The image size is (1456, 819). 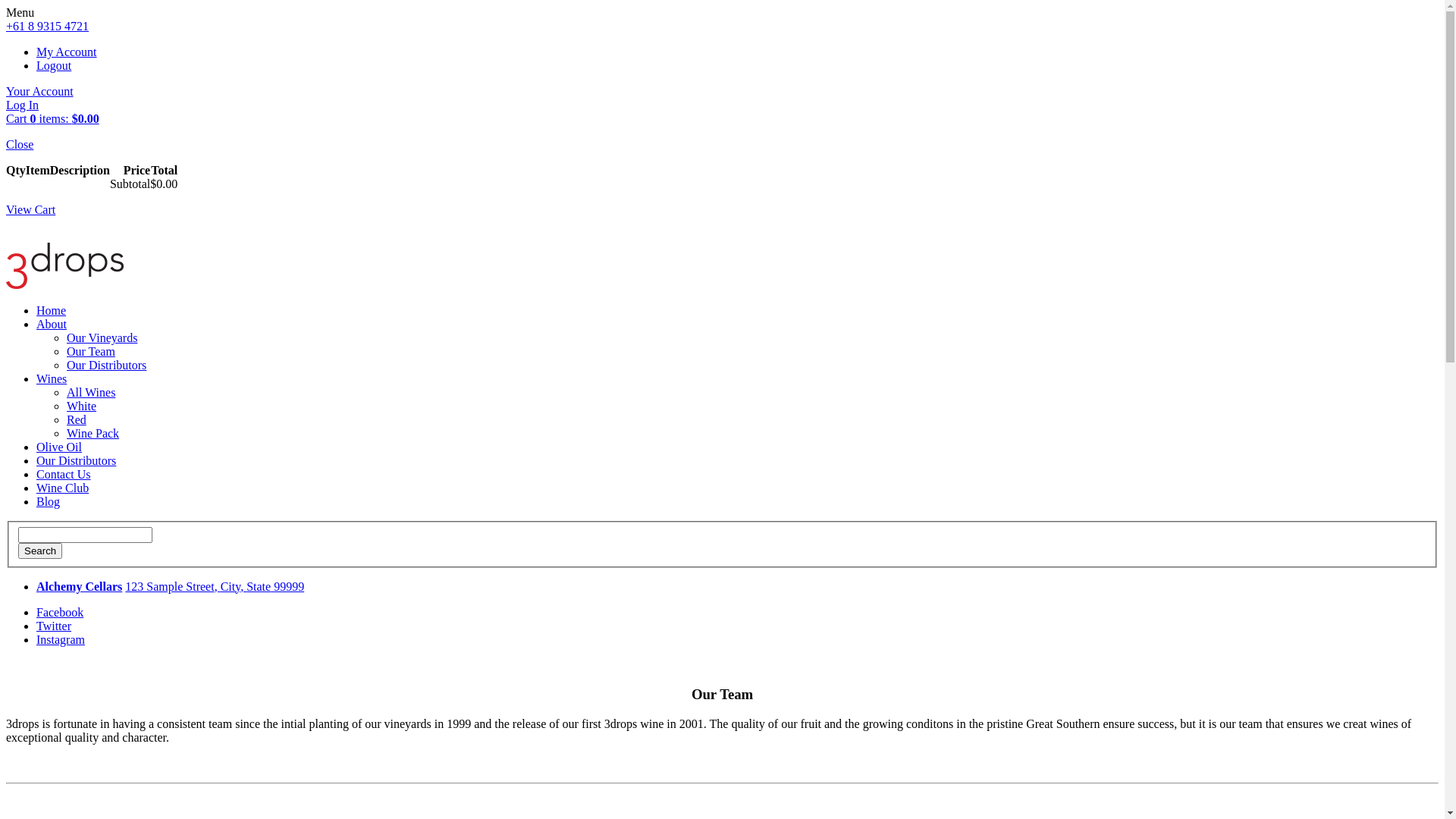 I want to click on 'Wine Club', so click(x=61, y=488).